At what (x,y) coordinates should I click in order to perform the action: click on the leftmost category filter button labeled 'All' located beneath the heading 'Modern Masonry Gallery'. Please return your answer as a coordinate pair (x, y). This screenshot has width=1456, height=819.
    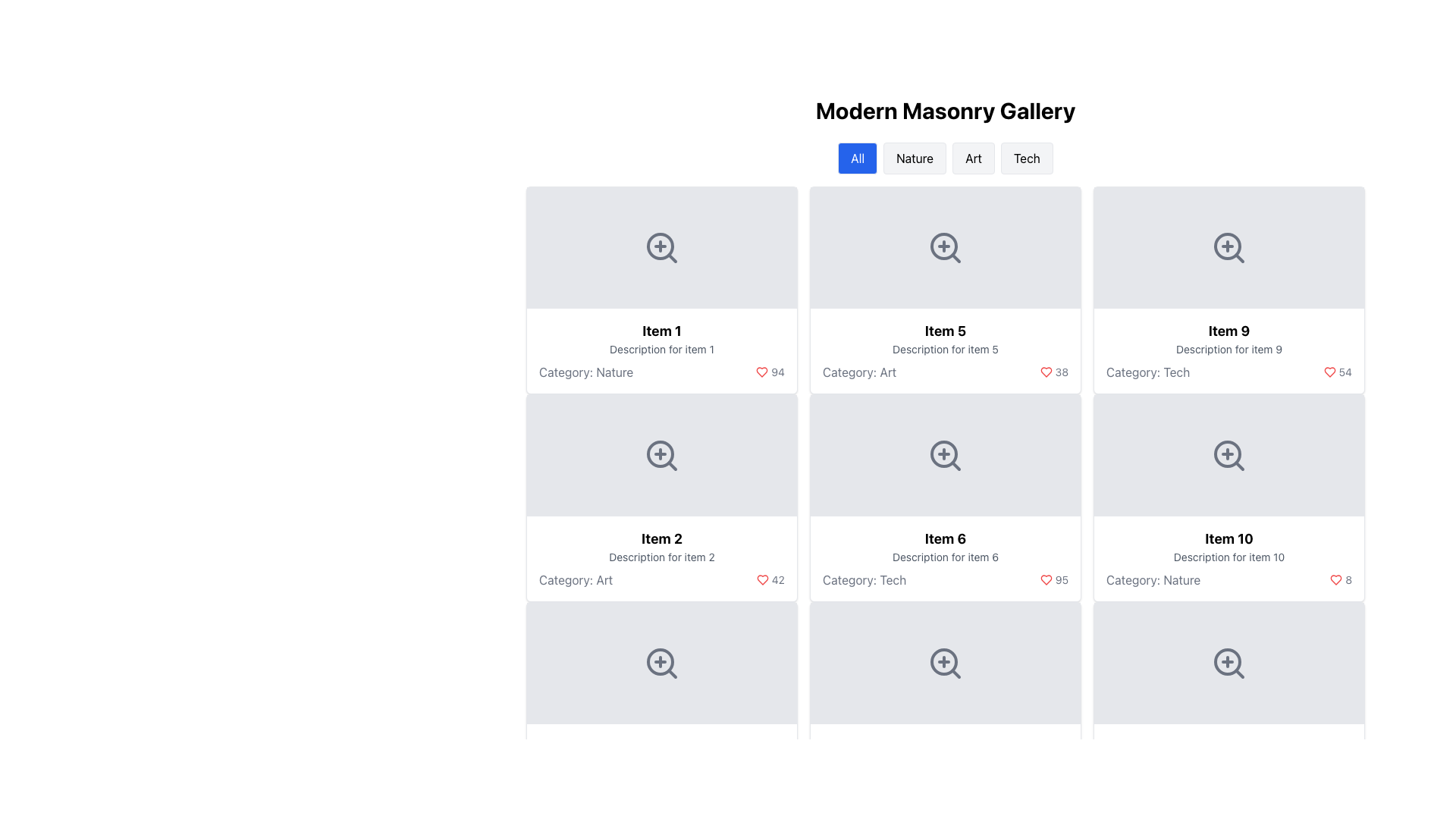
    Looking at the image, I should click on (858, 158).